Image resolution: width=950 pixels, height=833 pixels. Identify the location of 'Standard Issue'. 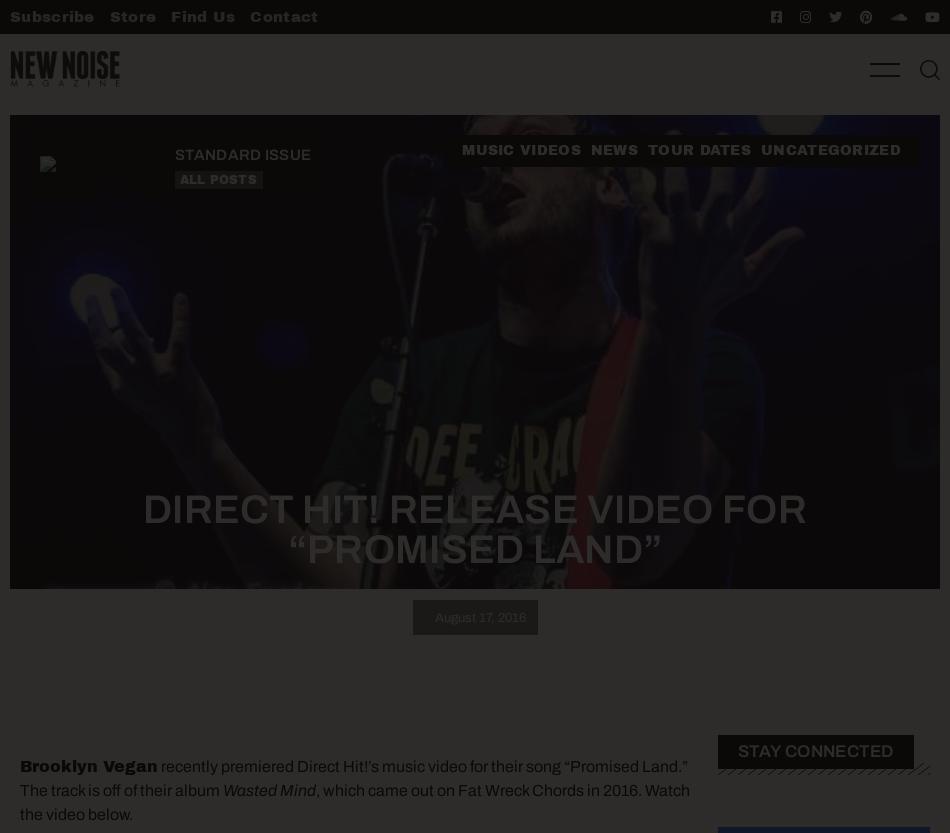
(174, 155).